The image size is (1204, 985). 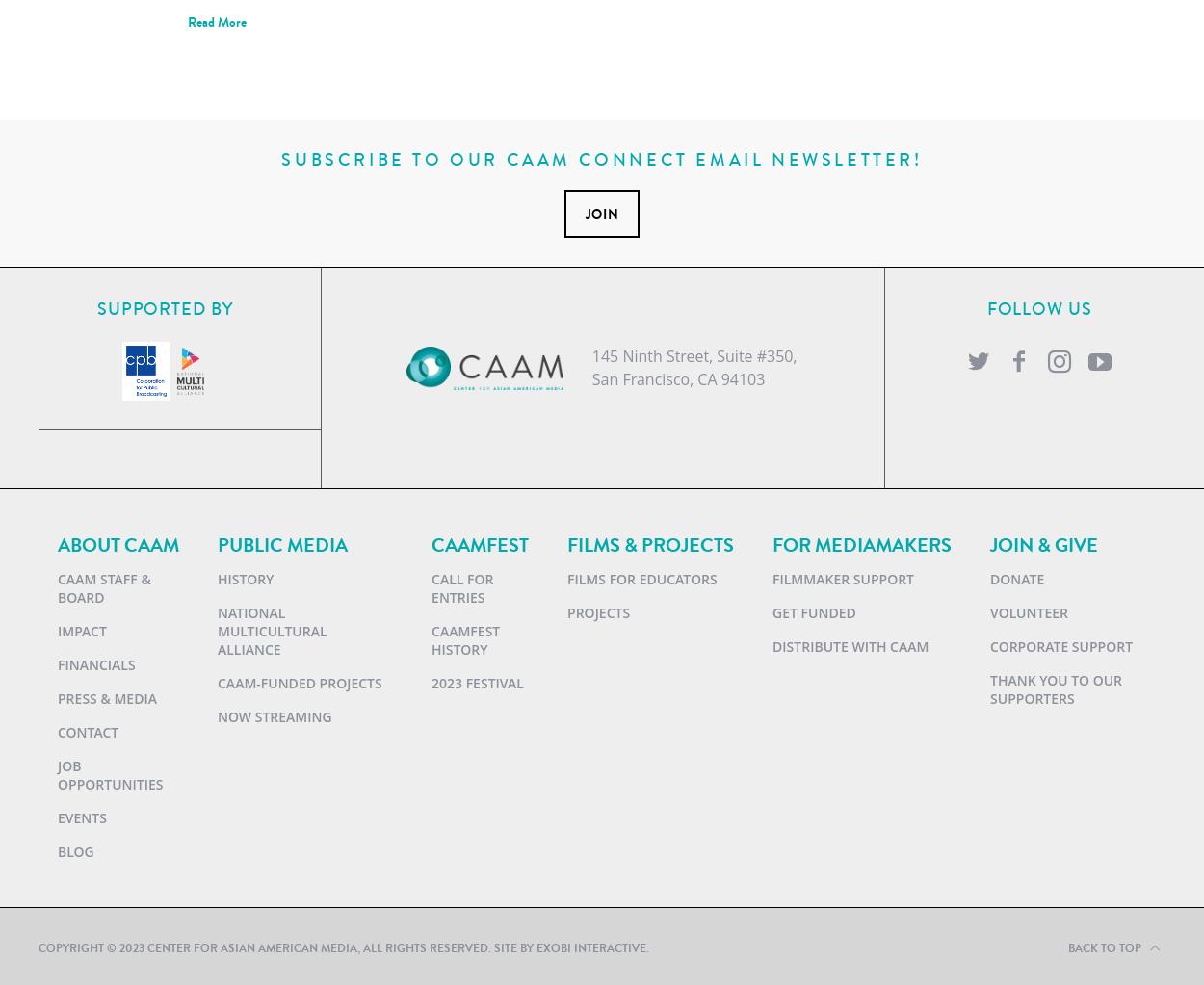 What do you see at coordinates (1043, 544) in the screenshot?
I see `'JOIN & GIVE'` at bounding box center [1043, 544].